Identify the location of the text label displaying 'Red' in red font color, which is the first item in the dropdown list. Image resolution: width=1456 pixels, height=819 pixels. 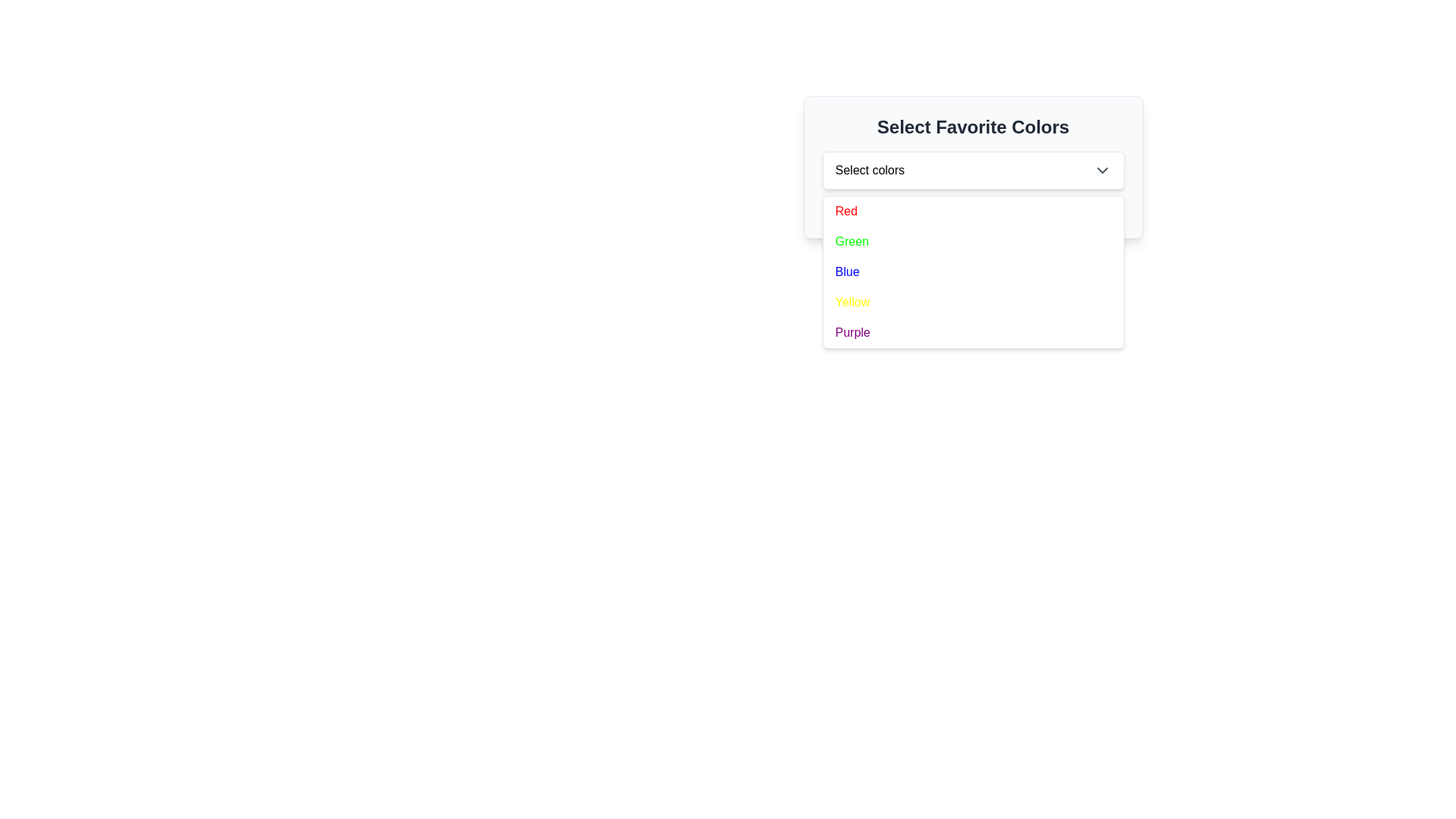
(846, 211).